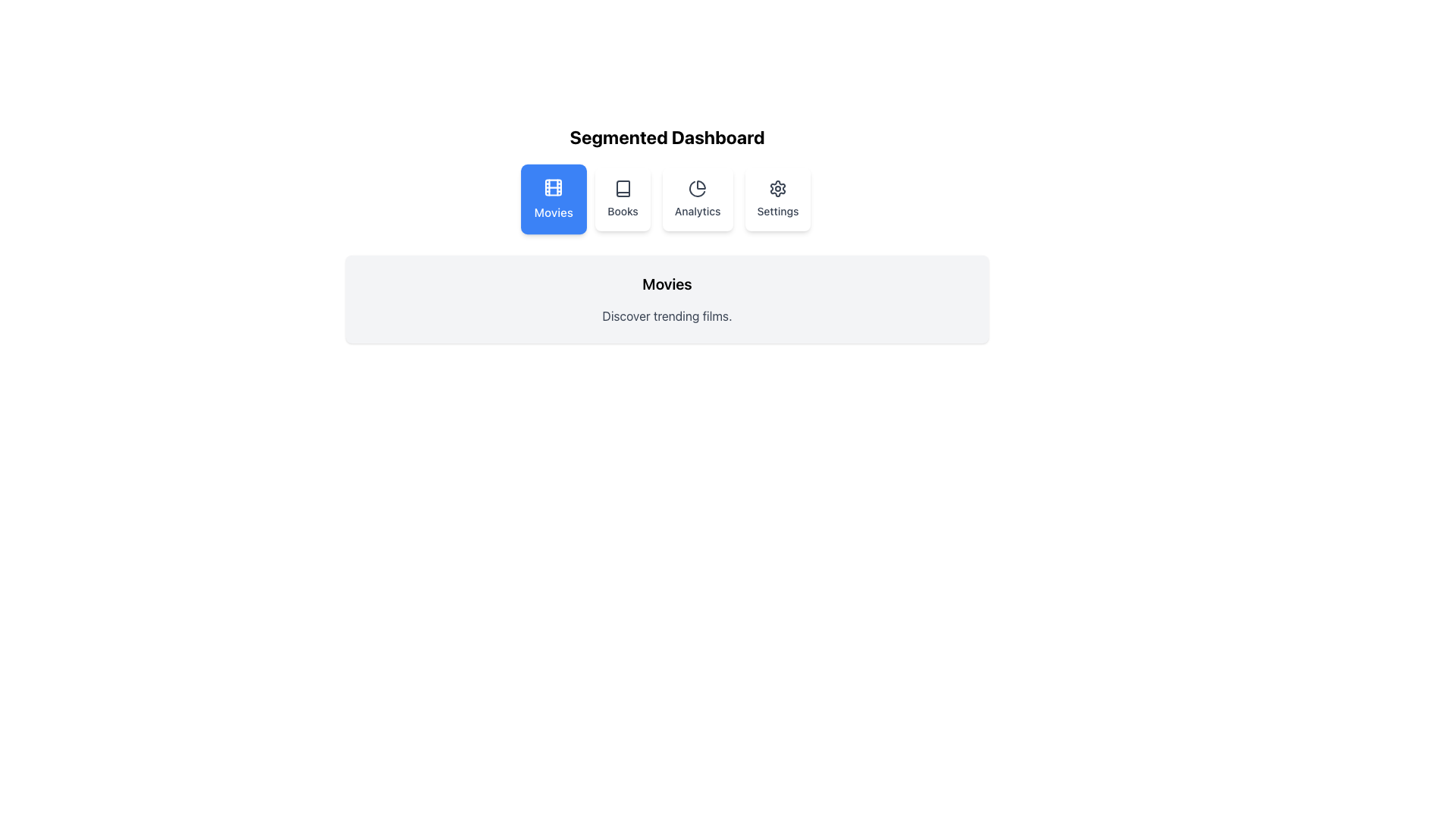 The image size is (1456, 819). I want to click on the 'Analytics' button card element in the horizontal navigation group on the Segmented Dashboard, so click(697, 198).